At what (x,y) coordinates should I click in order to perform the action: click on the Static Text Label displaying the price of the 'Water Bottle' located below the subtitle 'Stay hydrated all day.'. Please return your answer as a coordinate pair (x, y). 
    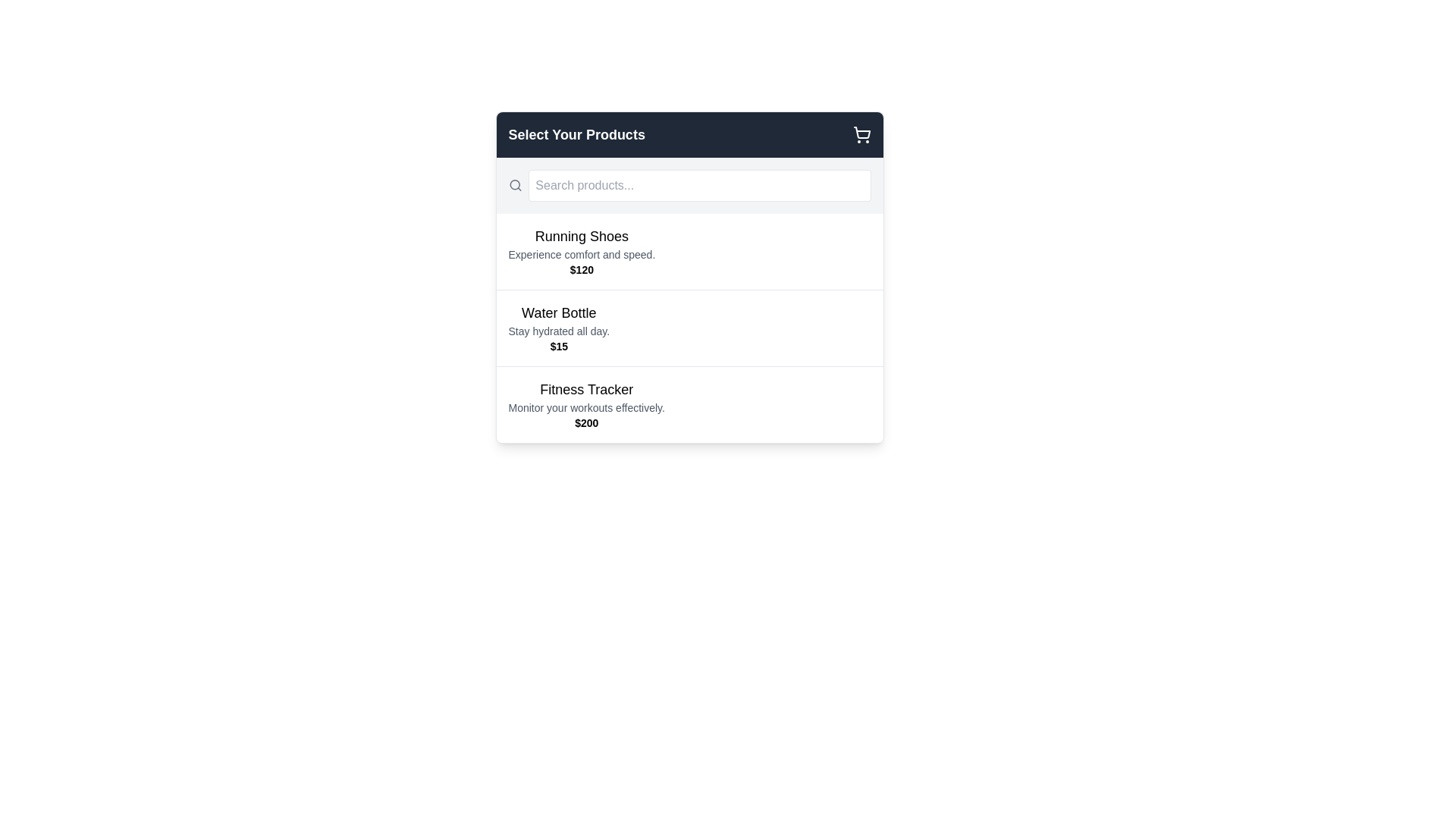
    Looking at the image, I should click on (558, 346).